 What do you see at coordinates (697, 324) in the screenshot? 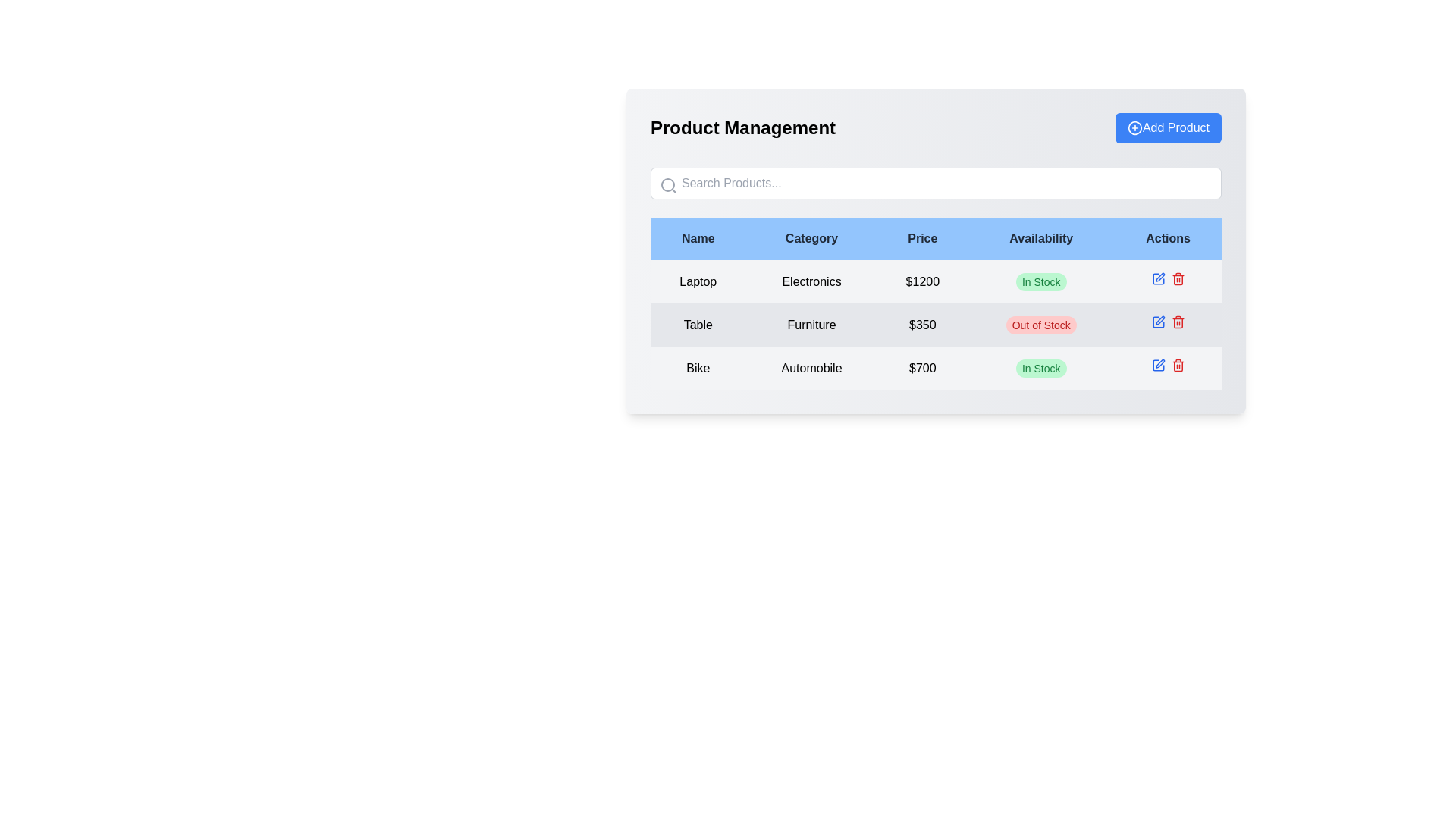
I see `the text label displaying 'Table' located in the second row of the data table under the 'Name' column` at bounding box center [697, 324].